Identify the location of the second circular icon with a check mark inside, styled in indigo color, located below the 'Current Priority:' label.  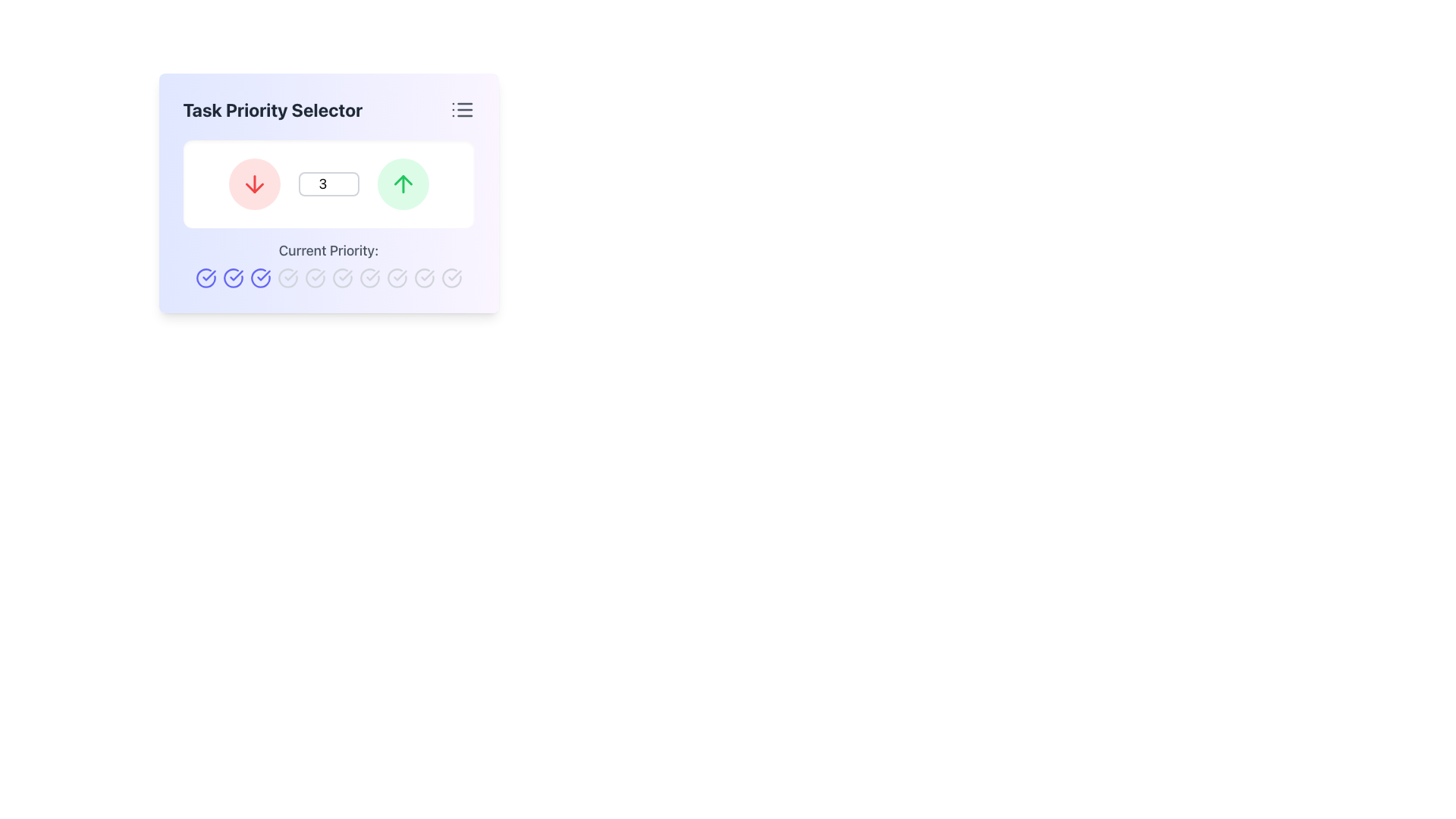
(205, 278).